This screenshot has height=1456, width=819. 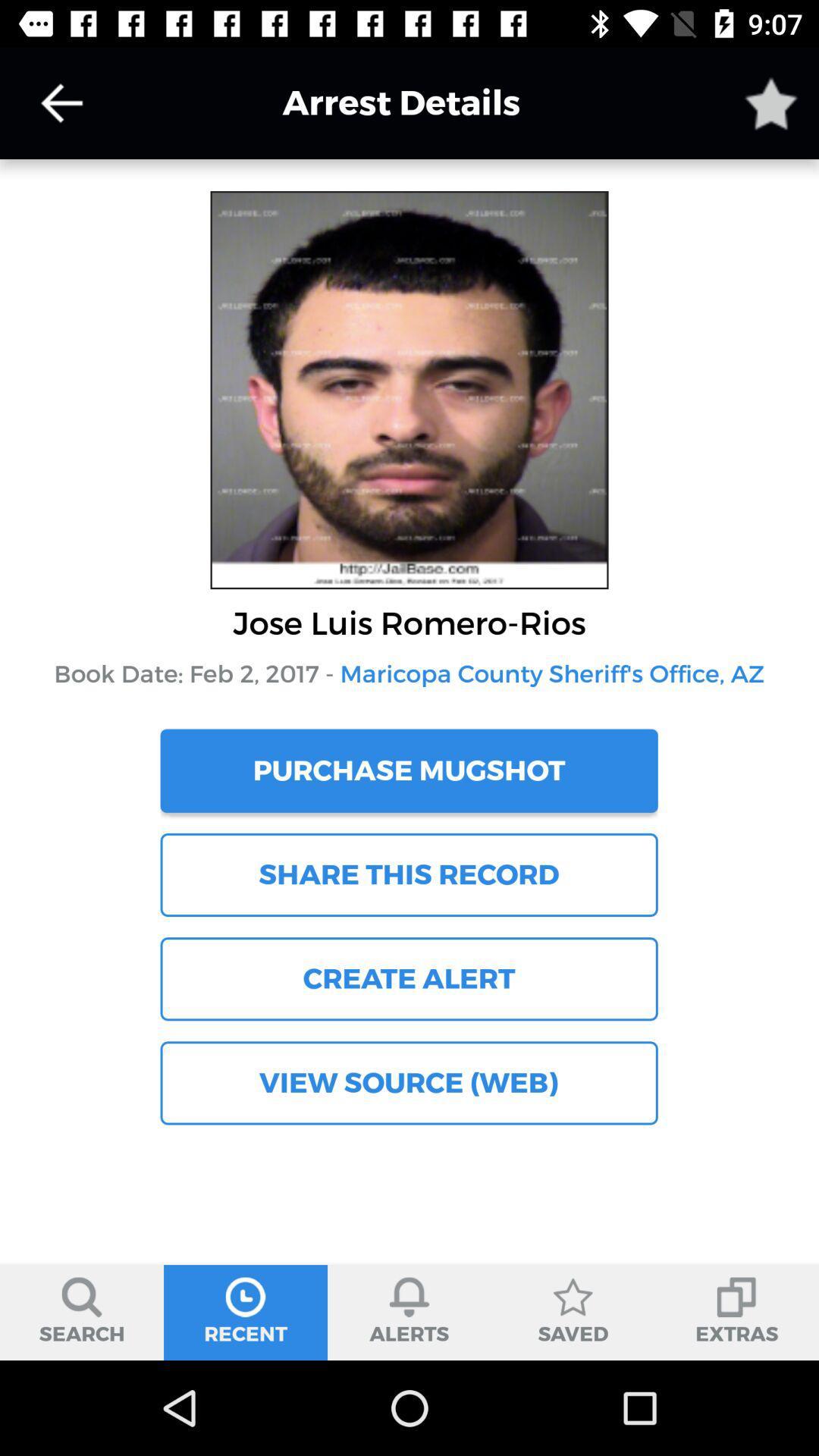 I want to click on the icon above the jose luis romero item, so click(x=61, y=102).